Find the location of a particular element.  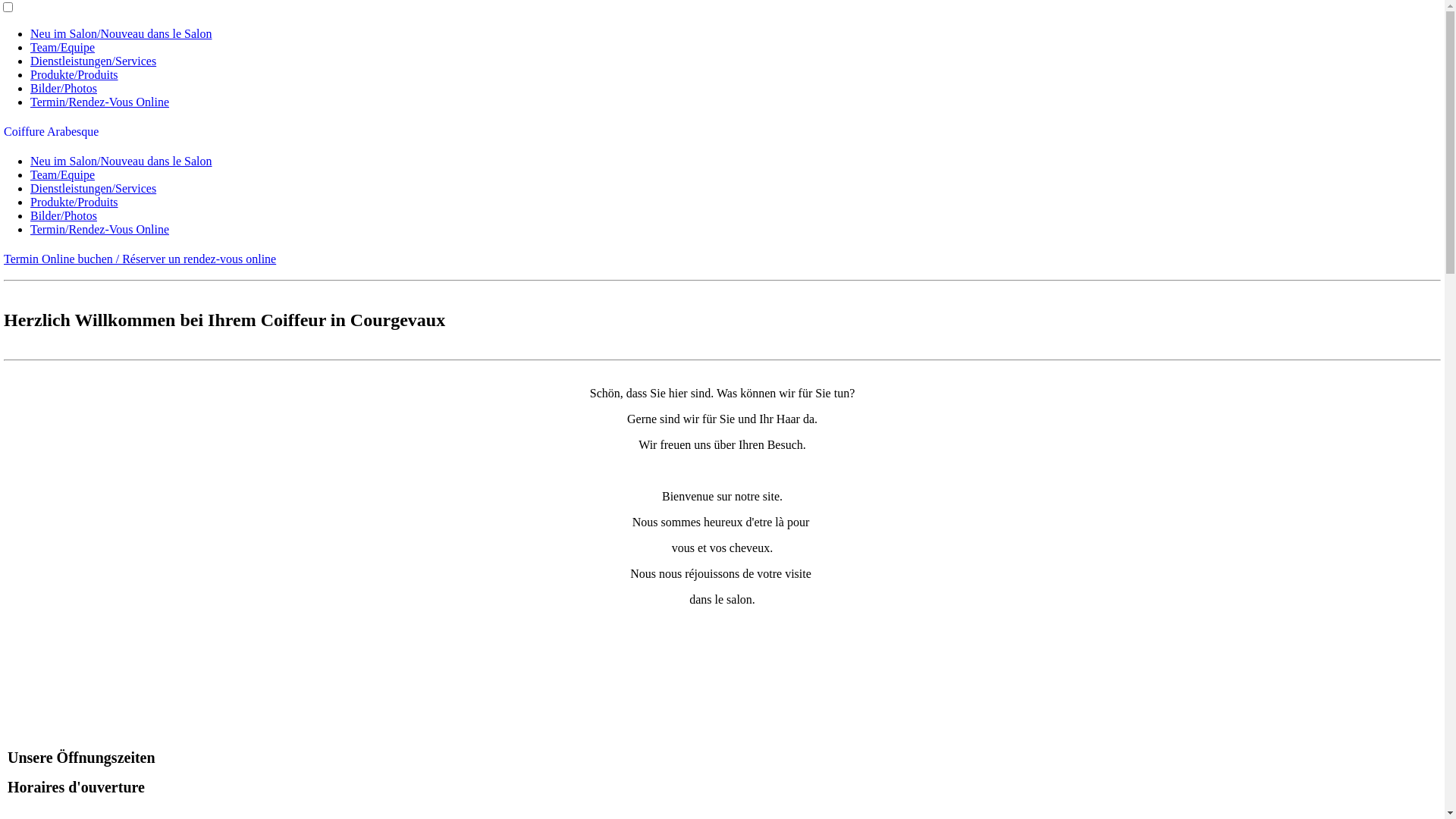

'Dienstleistungen/Services' is located at coordinates (93, 187).